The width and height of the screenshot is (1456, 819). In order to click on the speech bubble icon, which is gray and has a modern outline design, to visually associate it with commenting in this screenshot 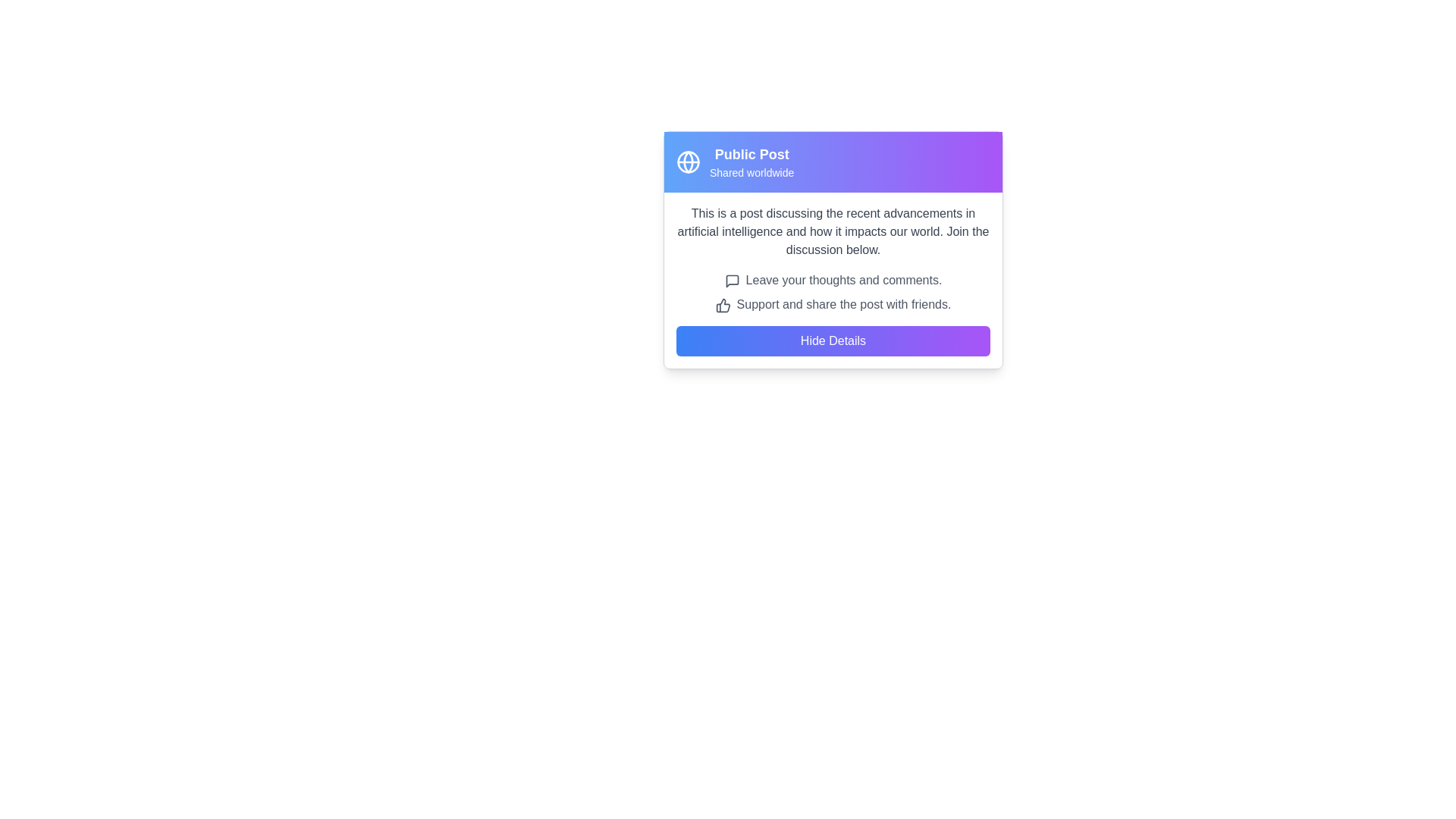, I will do `click(732, 281)`.